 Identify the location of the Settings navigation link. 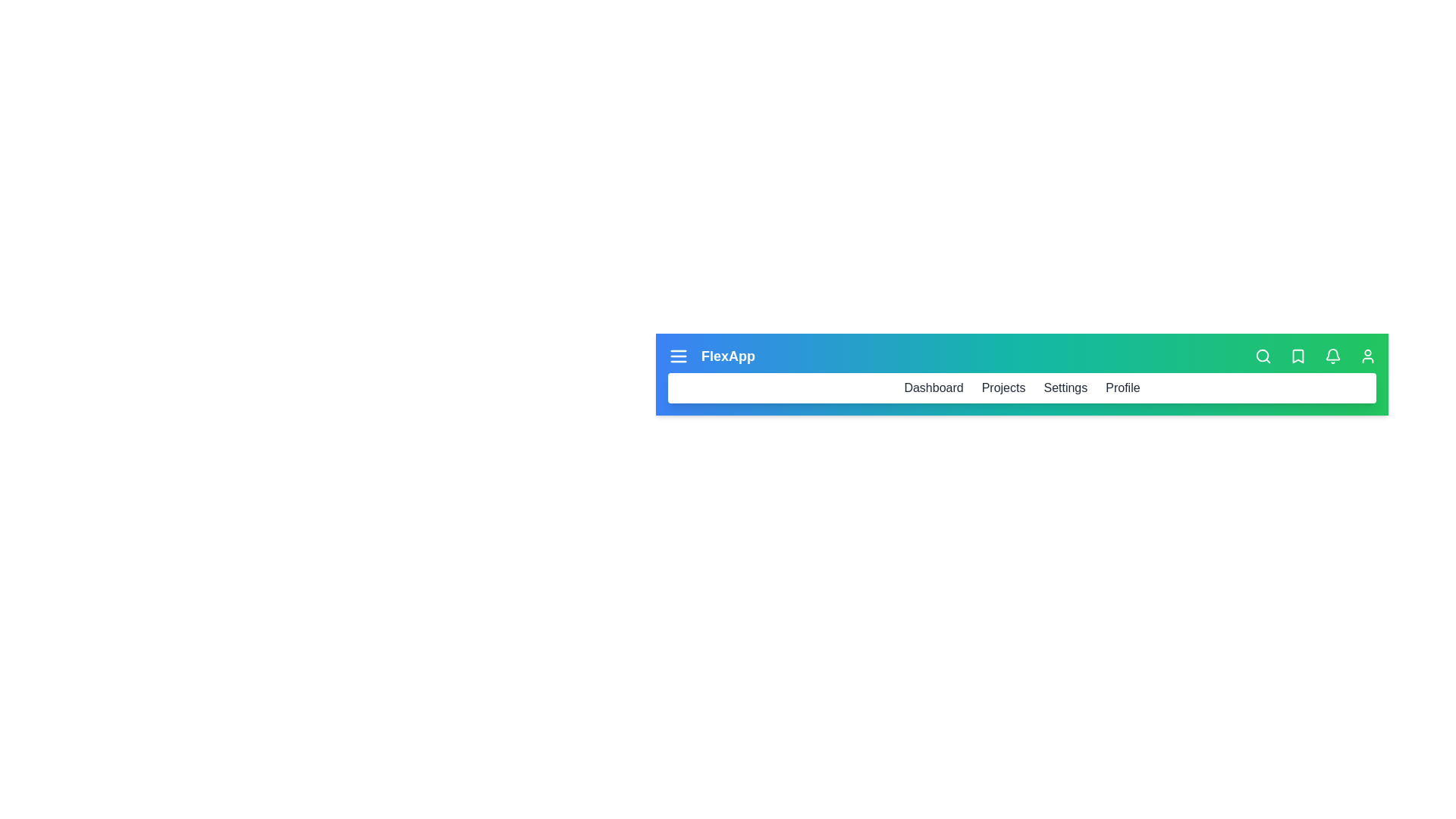
(1065, 388).